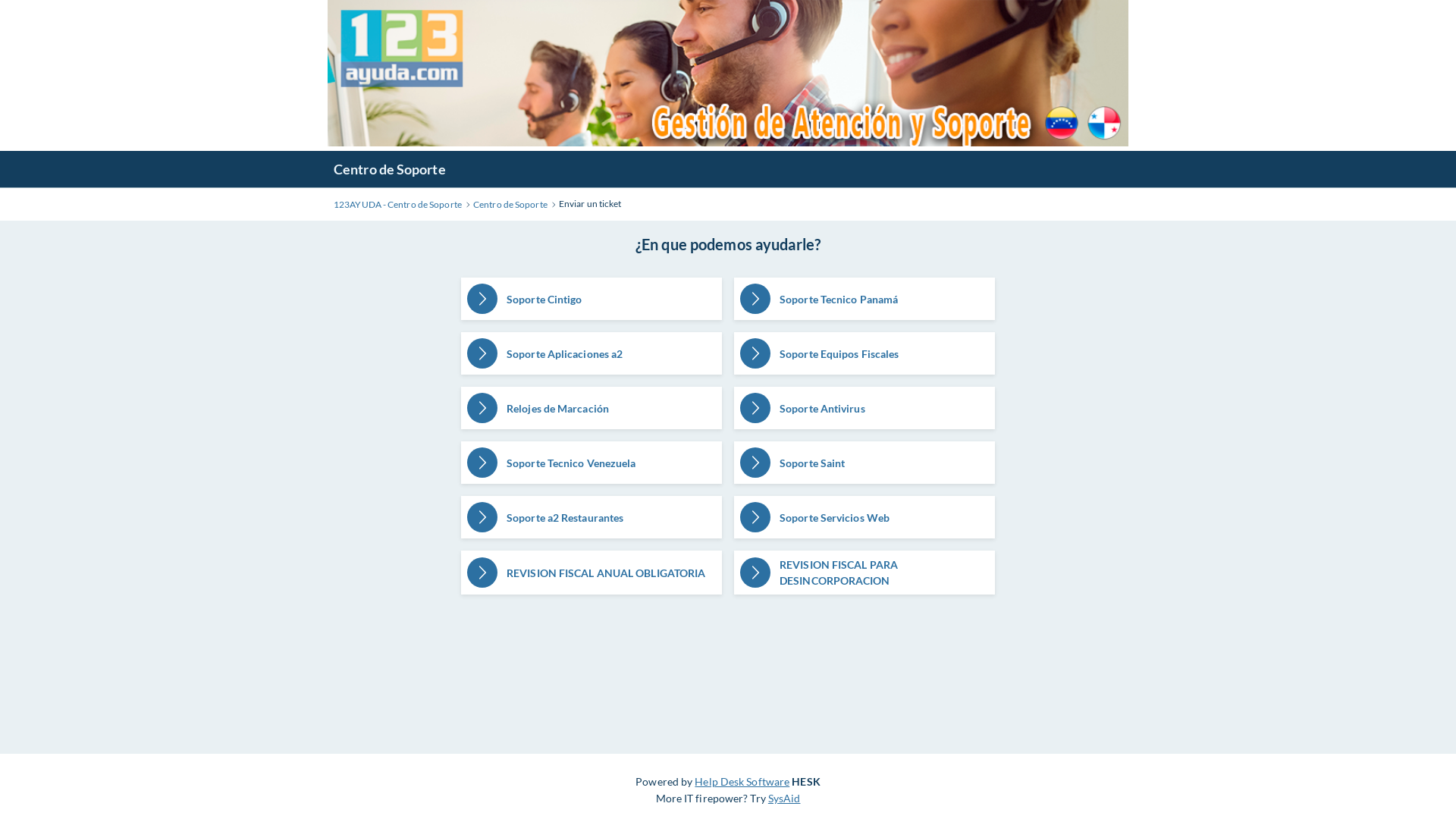  Describe the element at coordinates (742, 781) in the screenshot. I see `'Help Desk Software'` at that location.